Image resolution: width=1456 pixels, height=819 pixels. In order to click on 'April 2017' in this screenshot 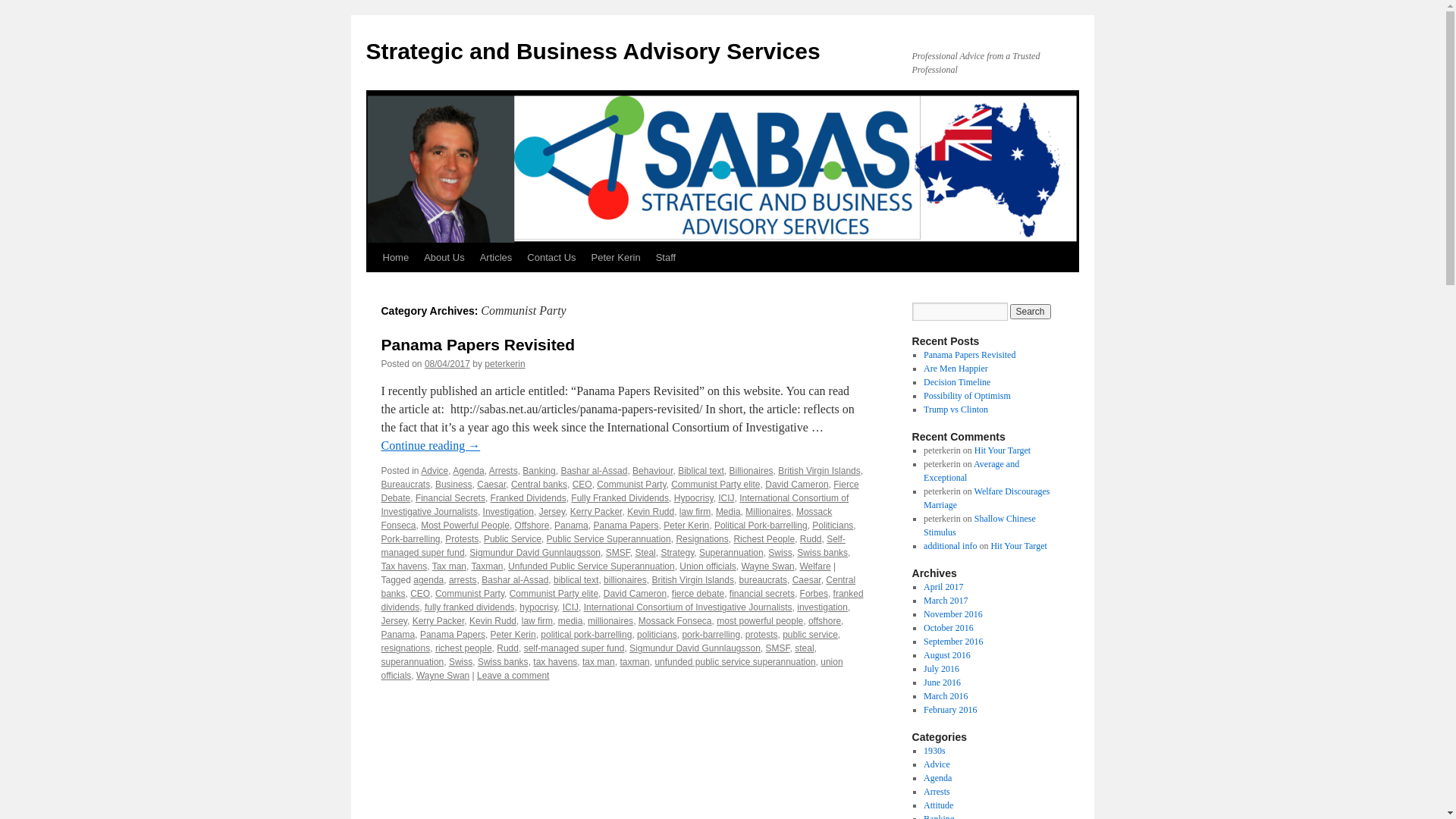, I will do `click(942, 586)`.